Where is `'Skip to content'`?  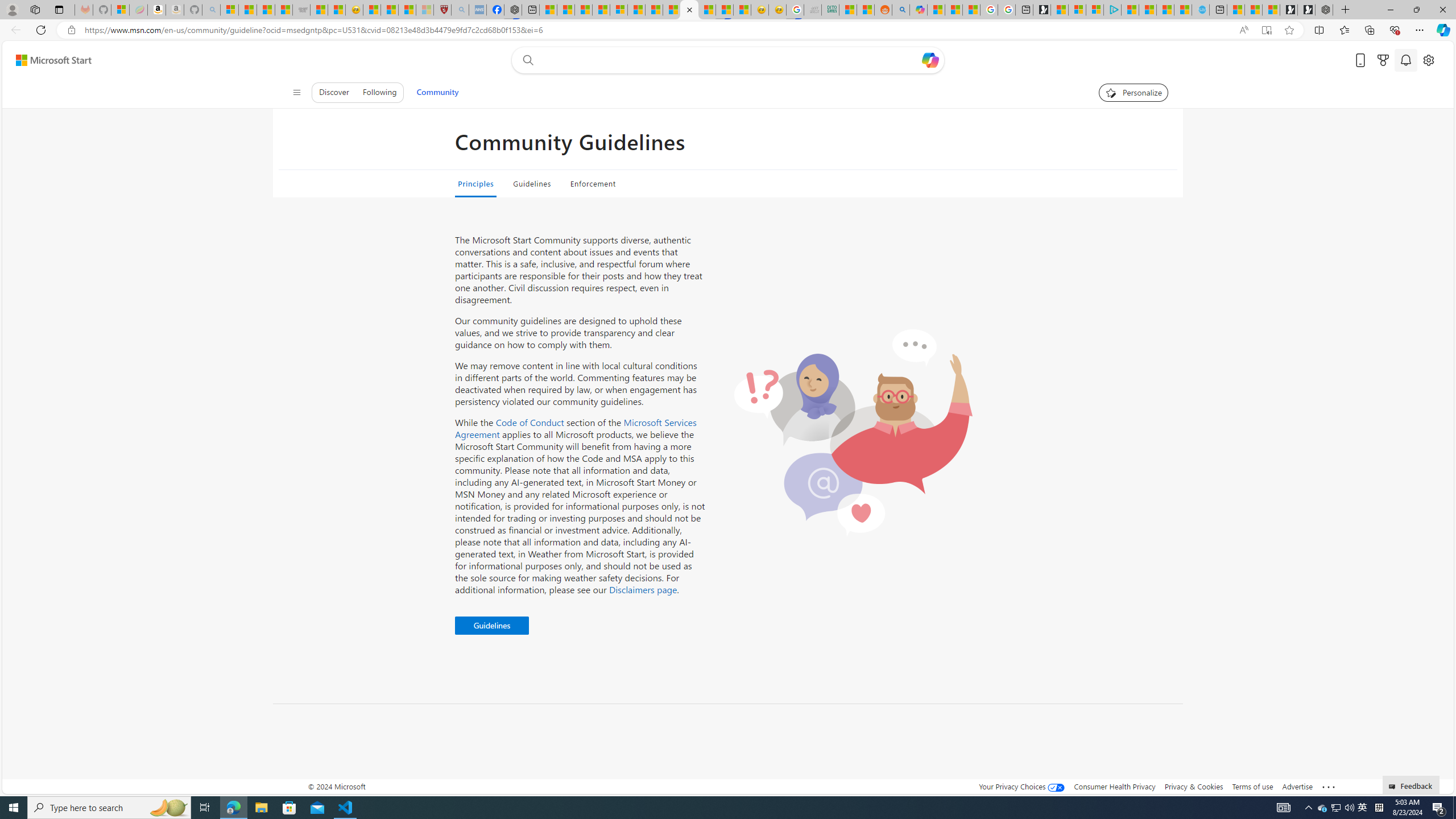 'Skip to content' is located at coordinates (49, 59).